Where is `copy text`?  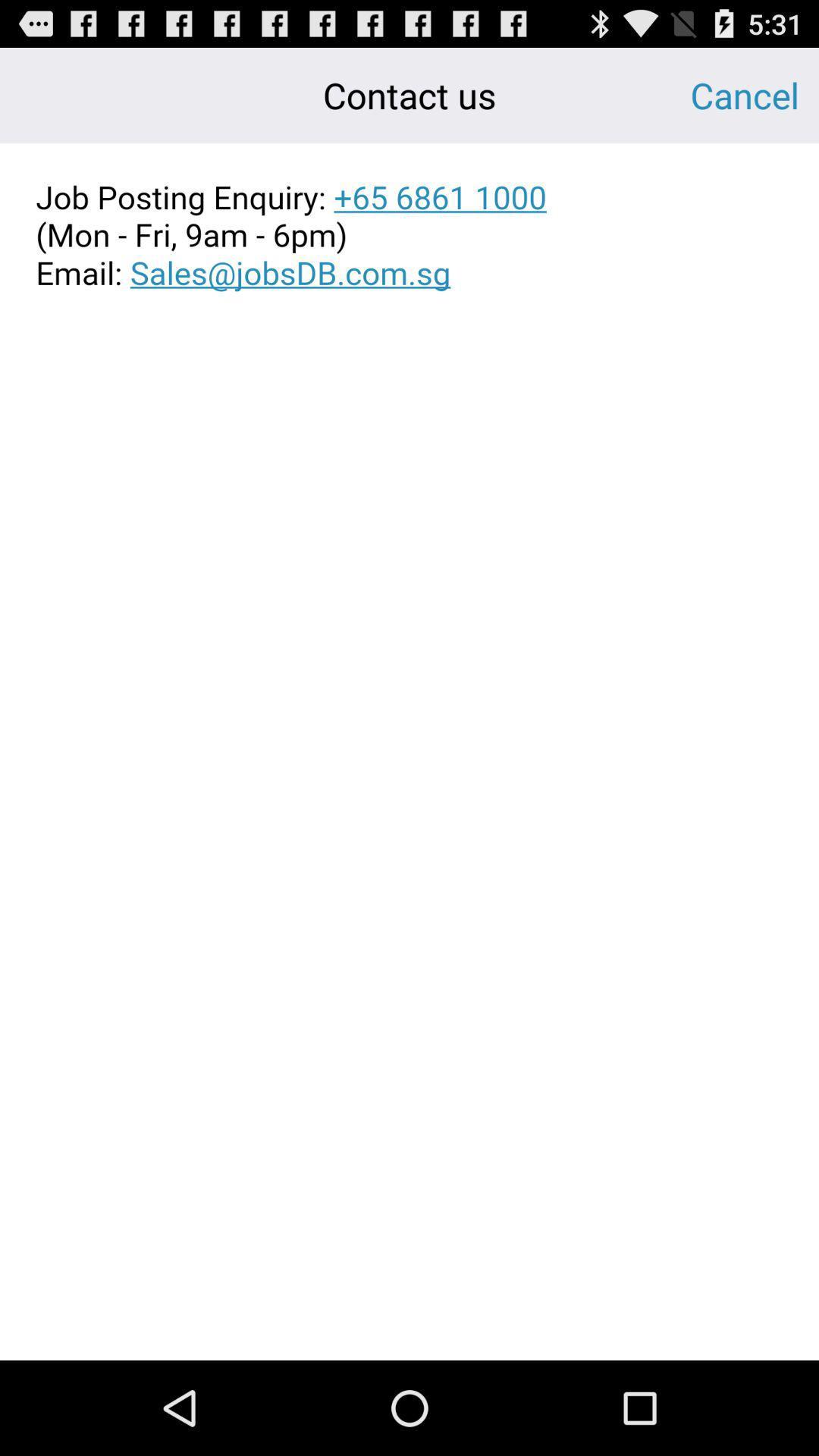
copy text is located at coordinates (409, 234).